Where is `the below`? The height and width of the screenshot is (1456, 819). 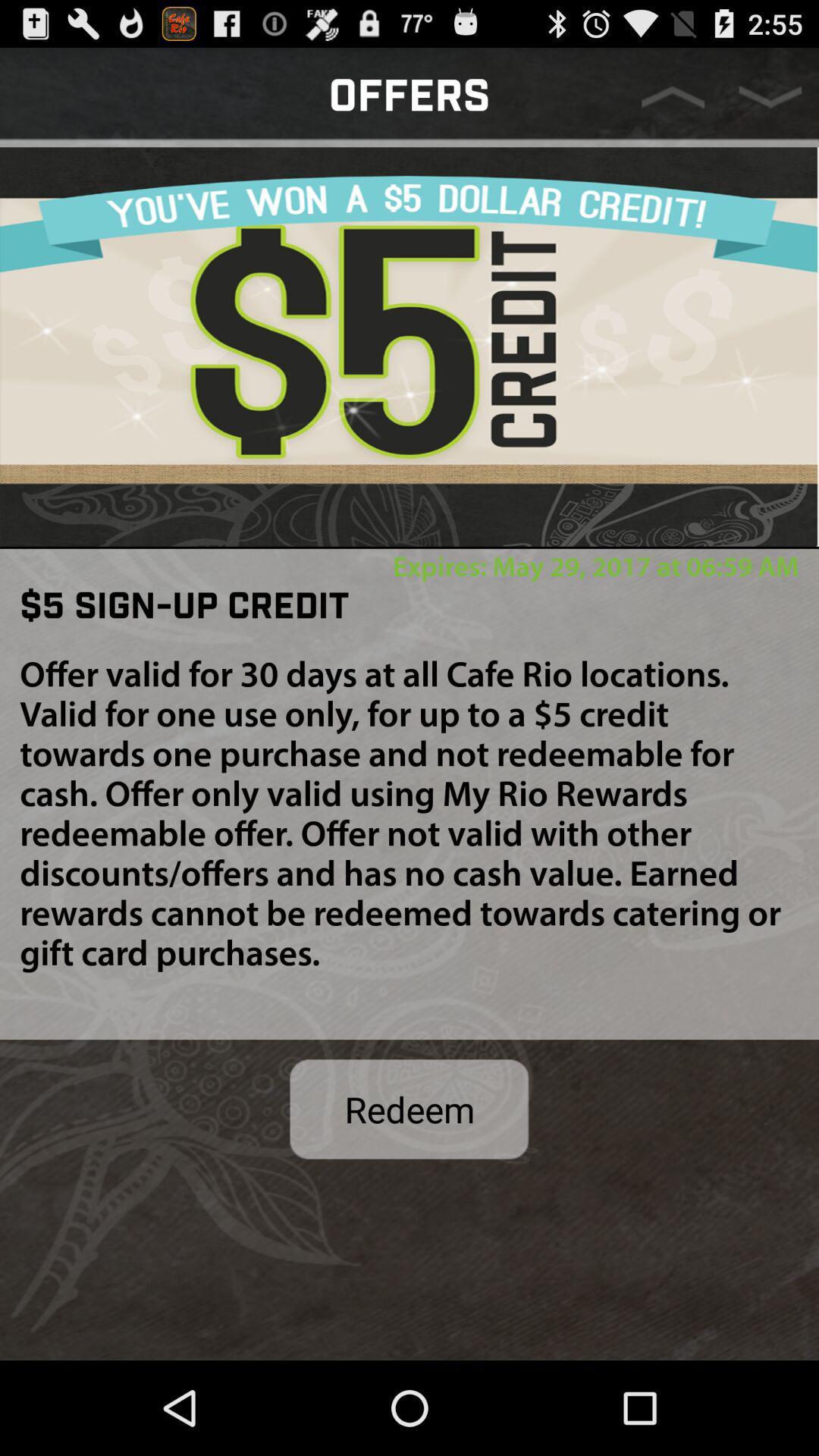 the below is located at coordinates (770, 96).